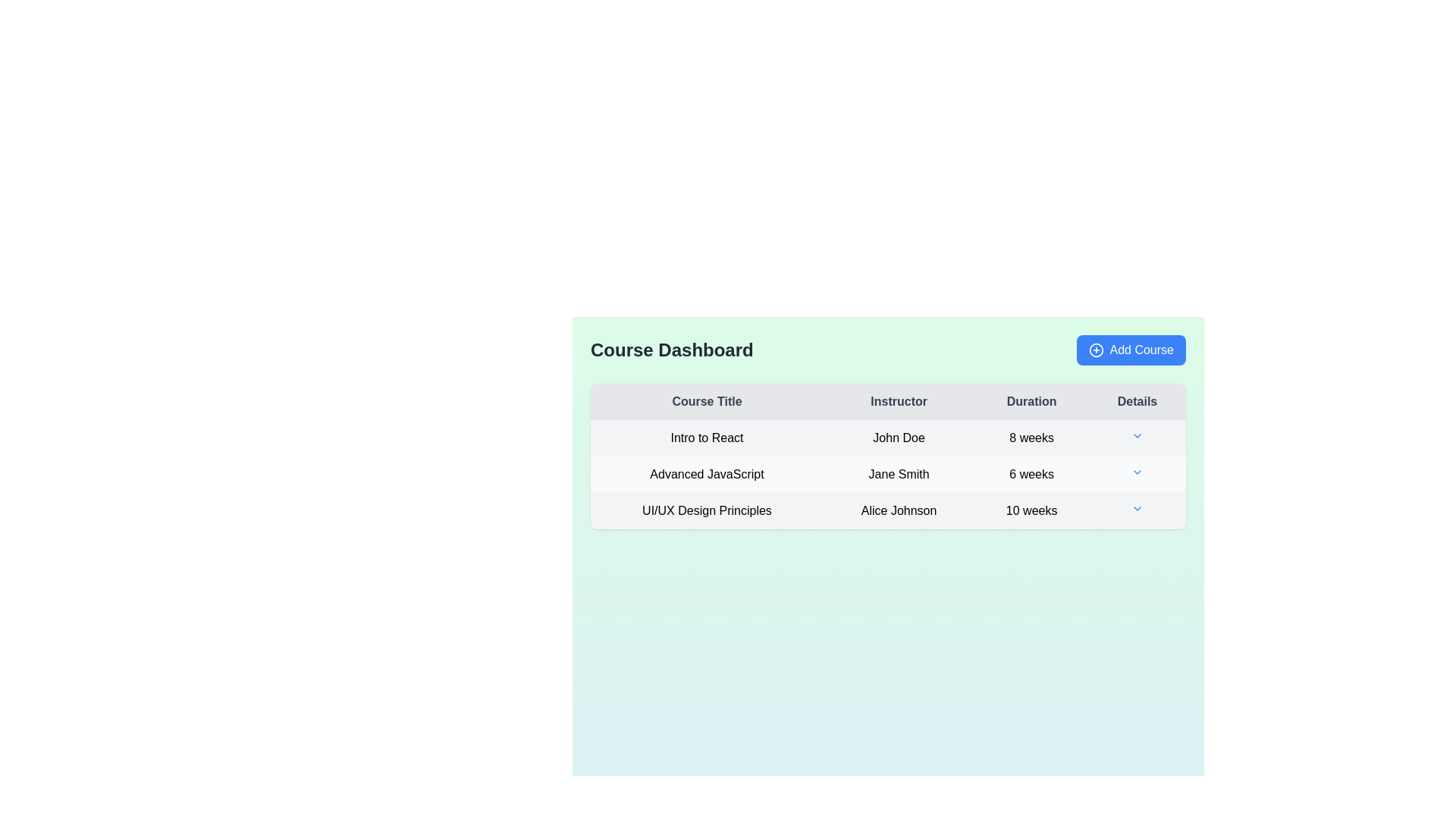  I want to click on text from the Text Label located in the header section, aligned to the left of the 'Add Course' button, so click(671, 350).